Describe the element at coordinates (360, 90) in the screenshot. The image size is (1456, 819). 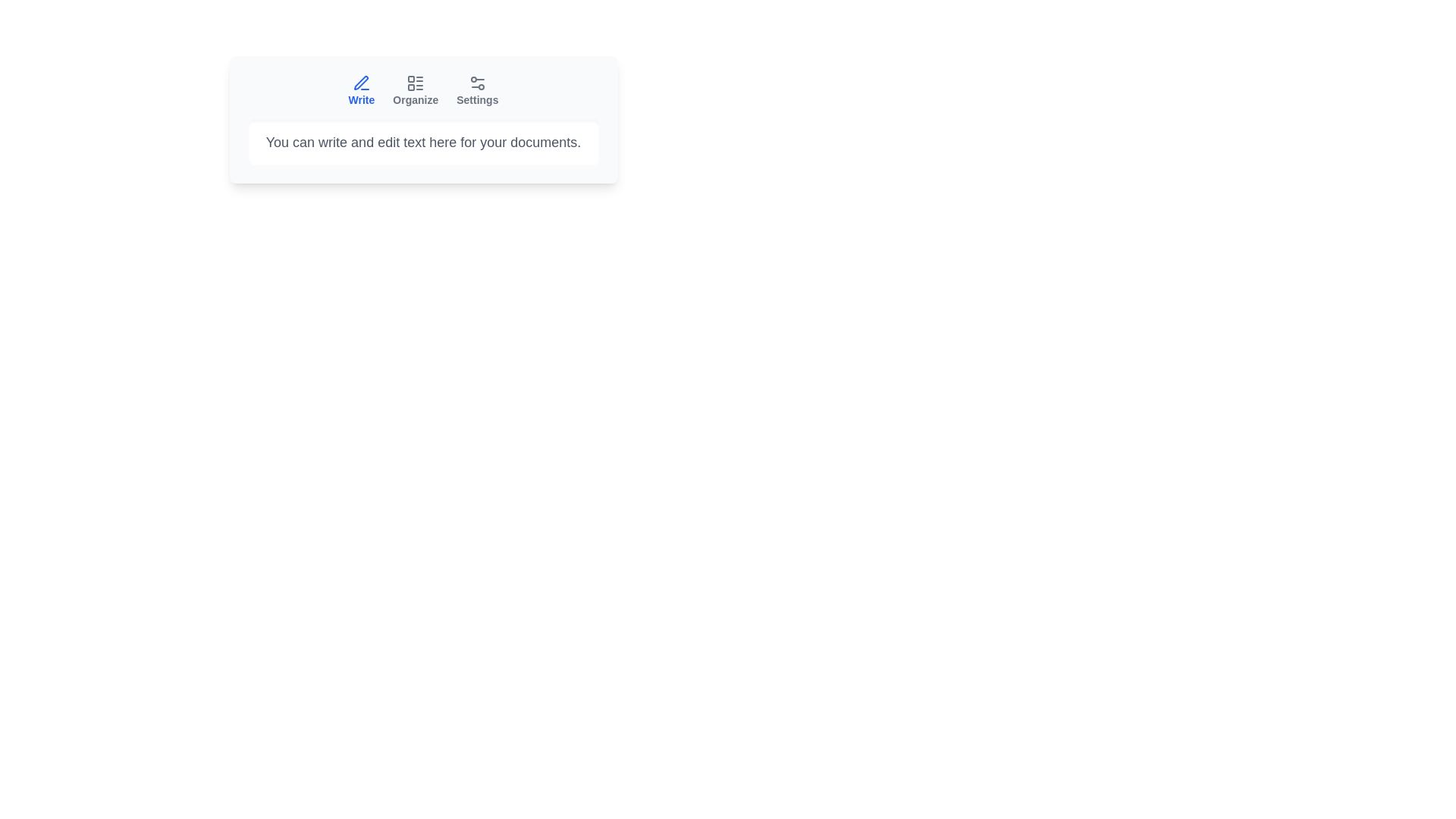
I see `the tab button labeled Write` at that location.